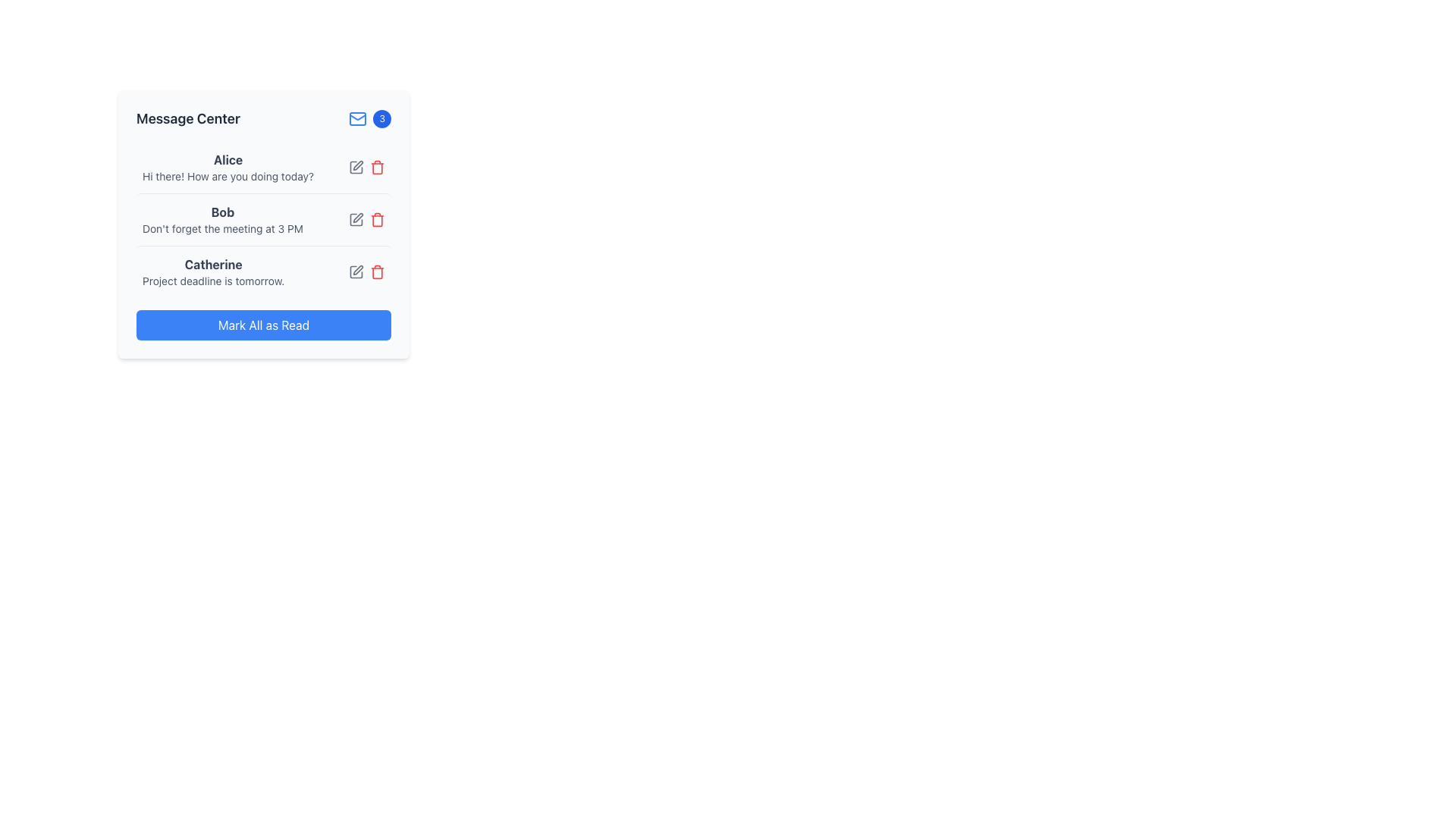 The height and width of the screenshot is (819, 1456). What do you see at coordinates (357, 118) in the screenshot?
I see `the rectangular graphical component with rounded corners that represents a mail envelope, located in the top-right corner of the message center interface` at bounding box center [357, 118].